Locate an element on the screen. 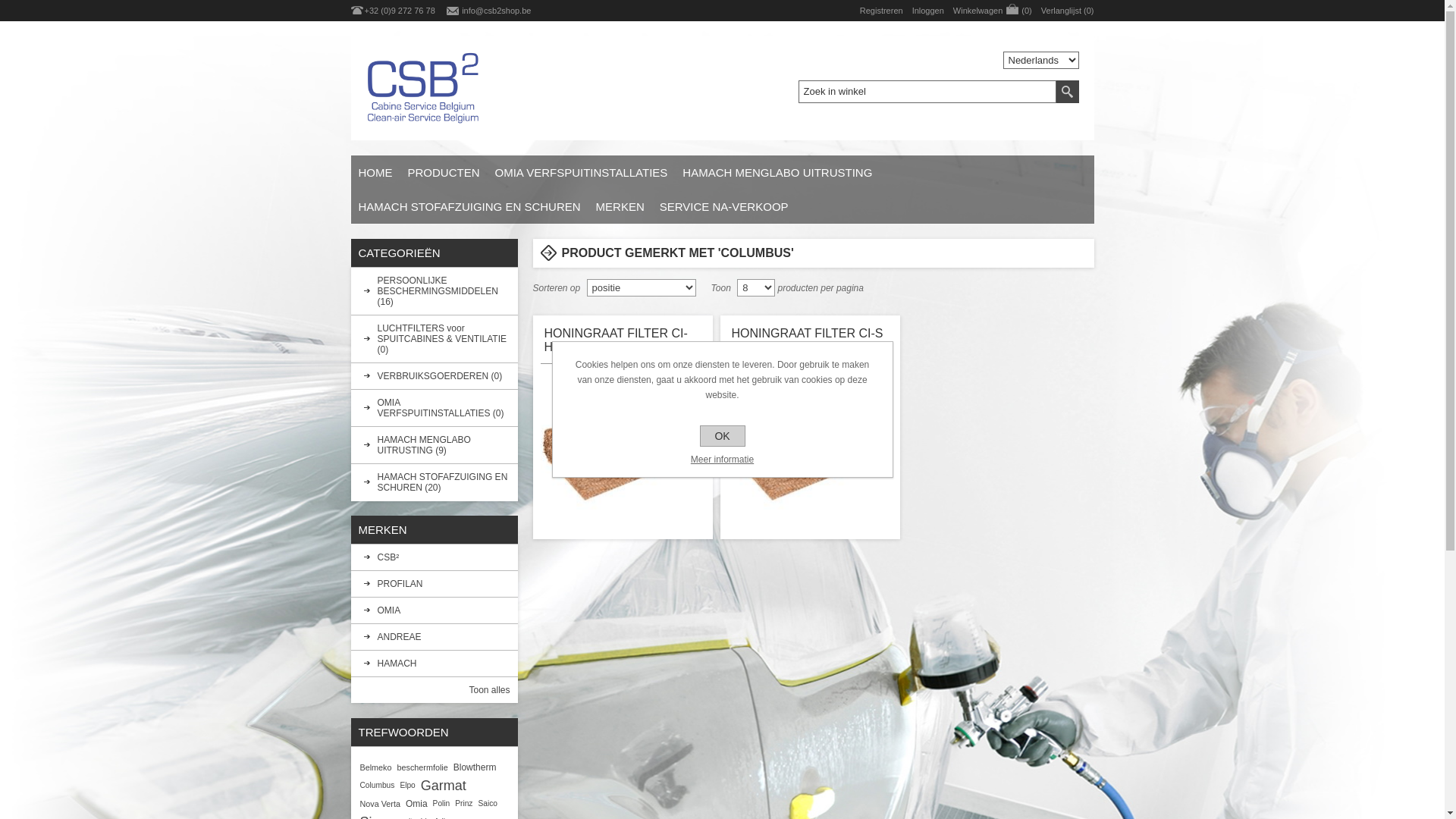 The width and height of the screenshot is (1456, 819). 'Belmeko' is located at coordinates (375, 767).